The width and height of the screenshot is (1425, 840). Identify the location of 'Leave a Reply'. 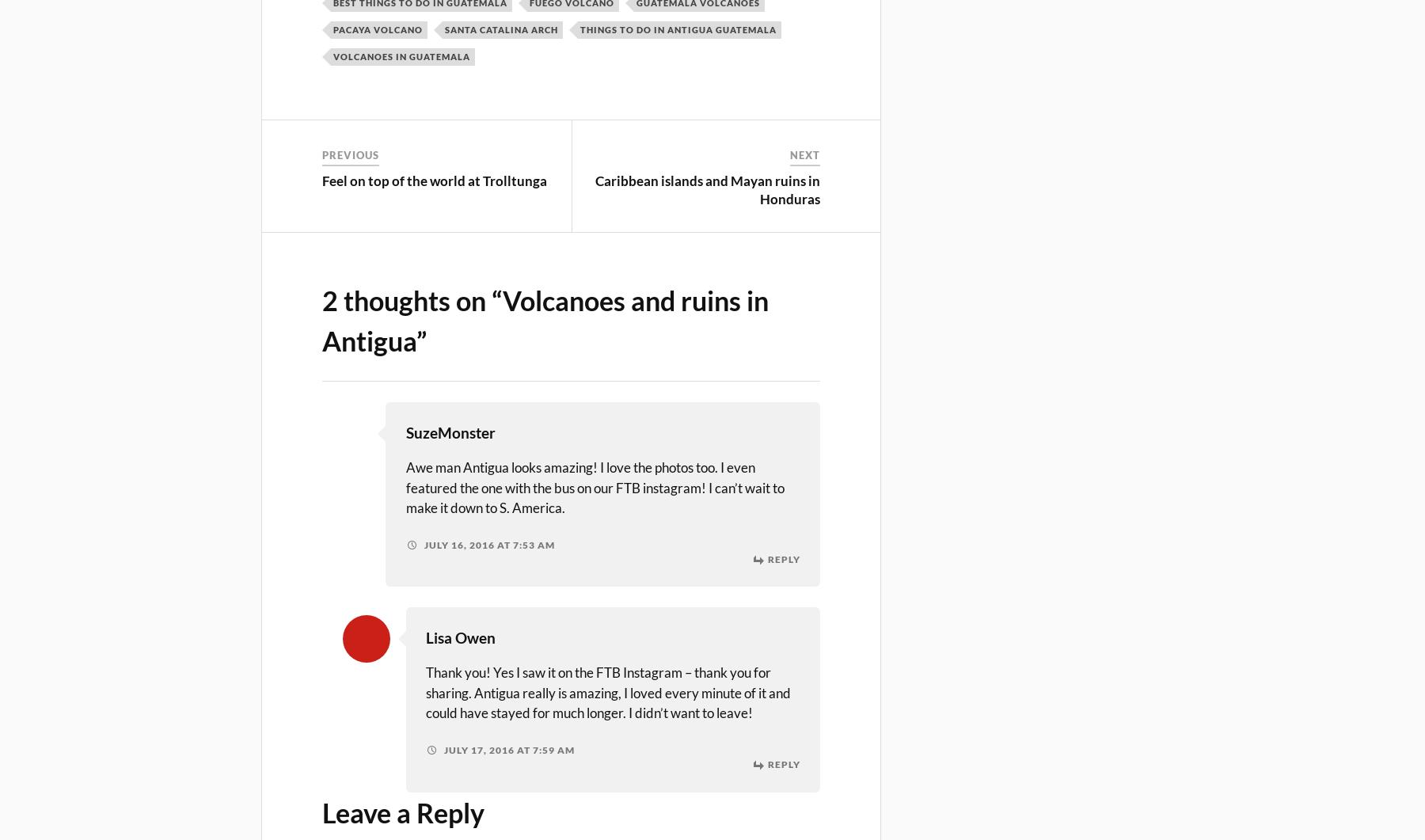
(321, 811).